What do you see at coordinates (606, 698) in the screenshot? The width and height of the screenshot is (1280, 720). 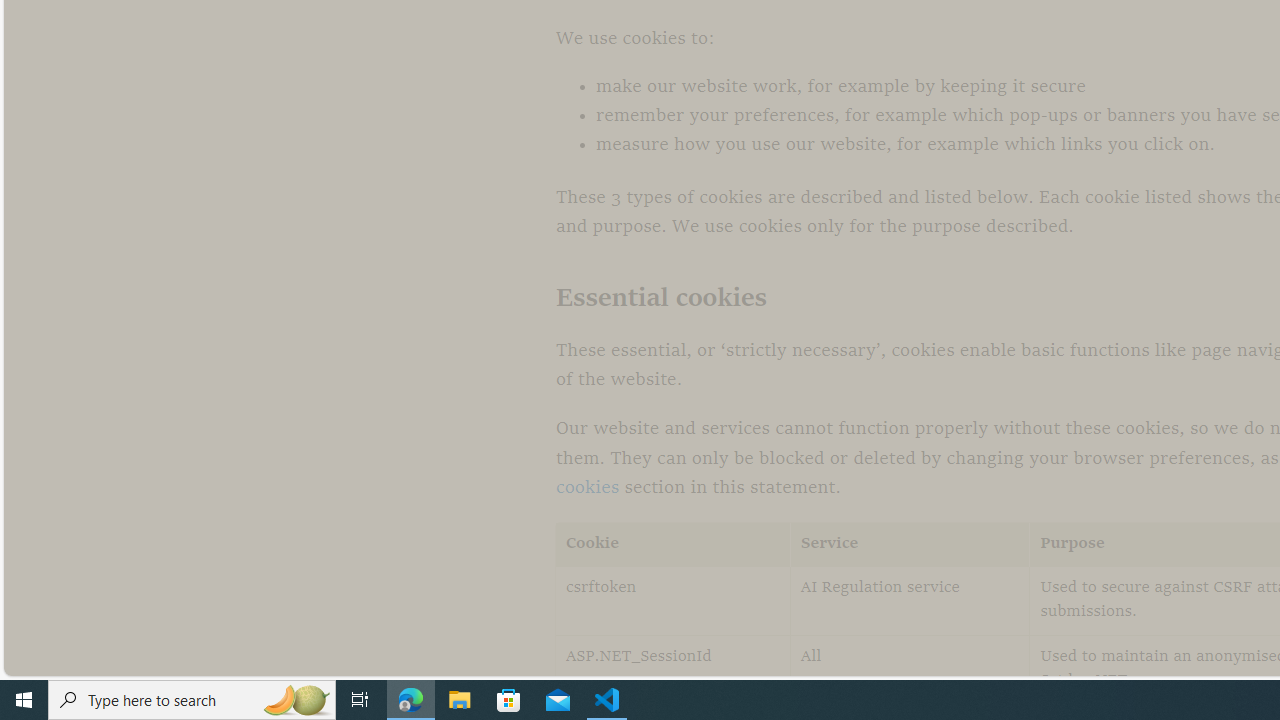 I see `'Visual Studio Code - 1 running window'` at bounding box center [606, 698].